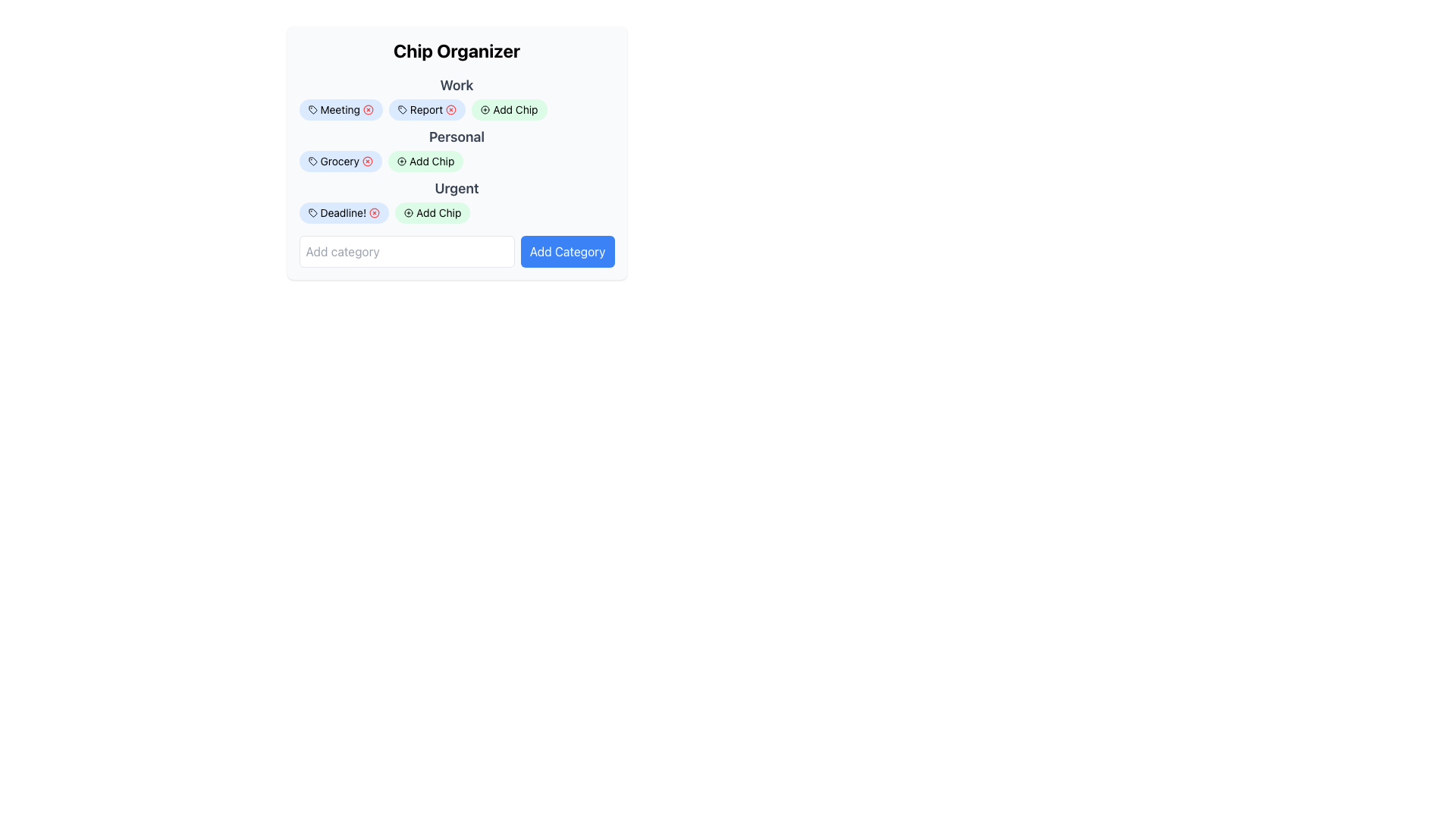 The image size is (1456, 819). What do you see at coordinates (312, 109) in the screenshot?
I see `the icon within the 'Meeting' chip located on the left side under the 'Work' category` at bounding box center [312, 109].